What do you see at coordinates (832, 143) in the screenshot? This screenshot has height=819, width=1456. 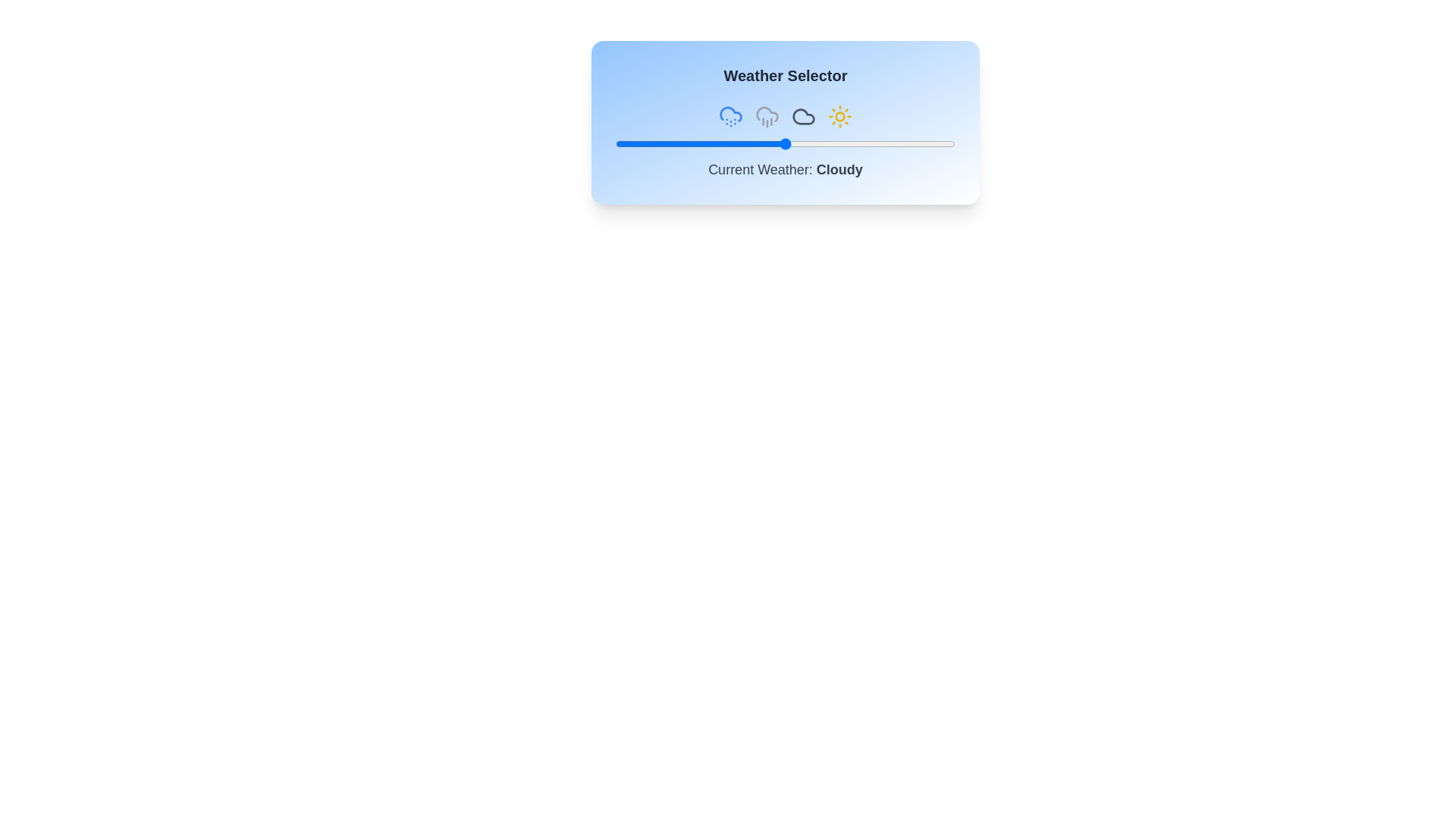 I see `the slider to set the weather value to 64` at bounding box center [832, 143].